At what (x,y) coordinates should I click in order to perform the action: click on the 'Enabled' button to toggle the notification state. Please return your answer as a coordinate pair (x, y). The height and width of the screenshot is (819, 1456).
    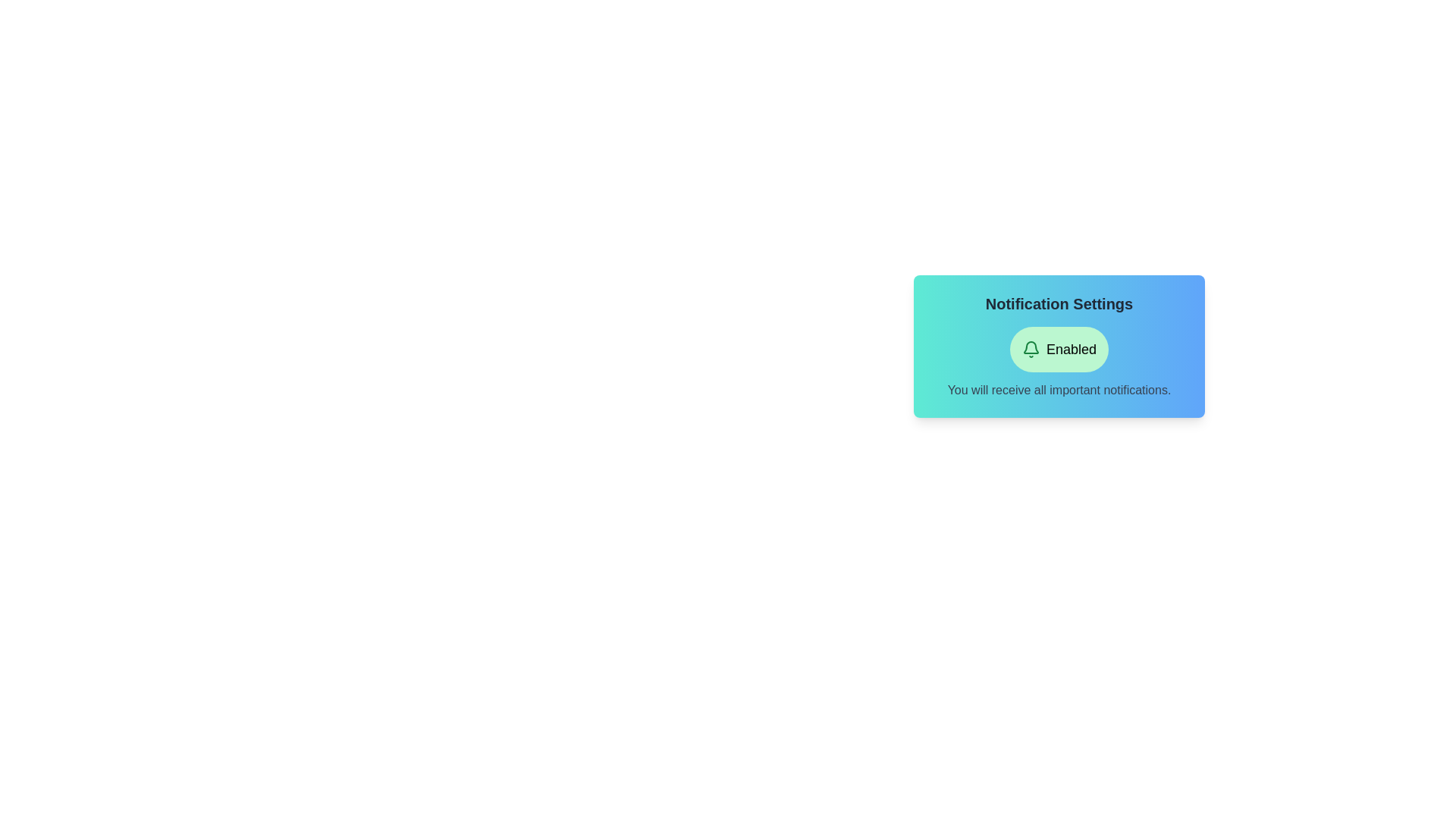
    Looking at the image, I should click on (1058, 350).